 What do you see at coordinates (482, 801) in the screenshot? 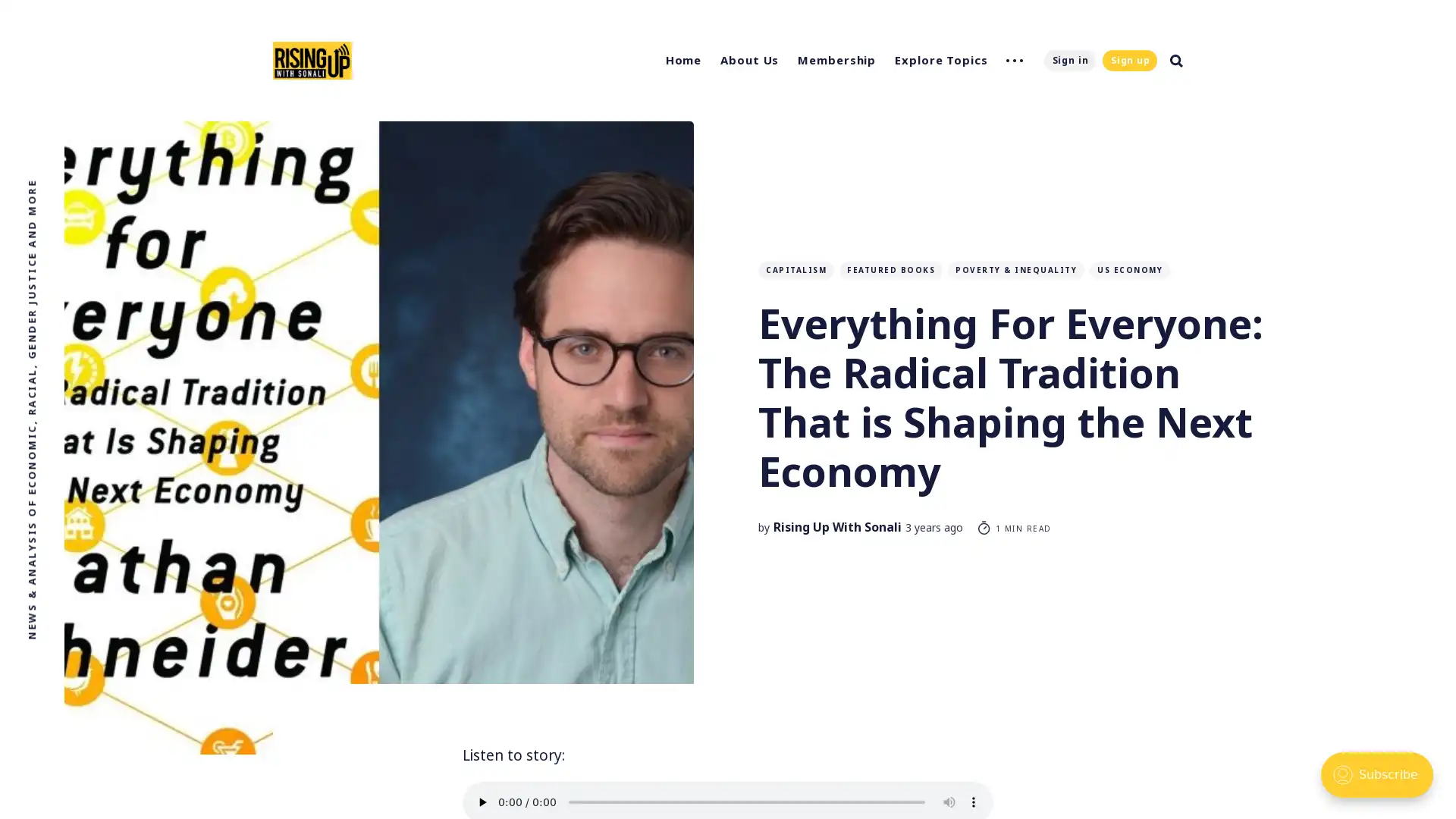
I see `play` at bounding box center [482, 801].